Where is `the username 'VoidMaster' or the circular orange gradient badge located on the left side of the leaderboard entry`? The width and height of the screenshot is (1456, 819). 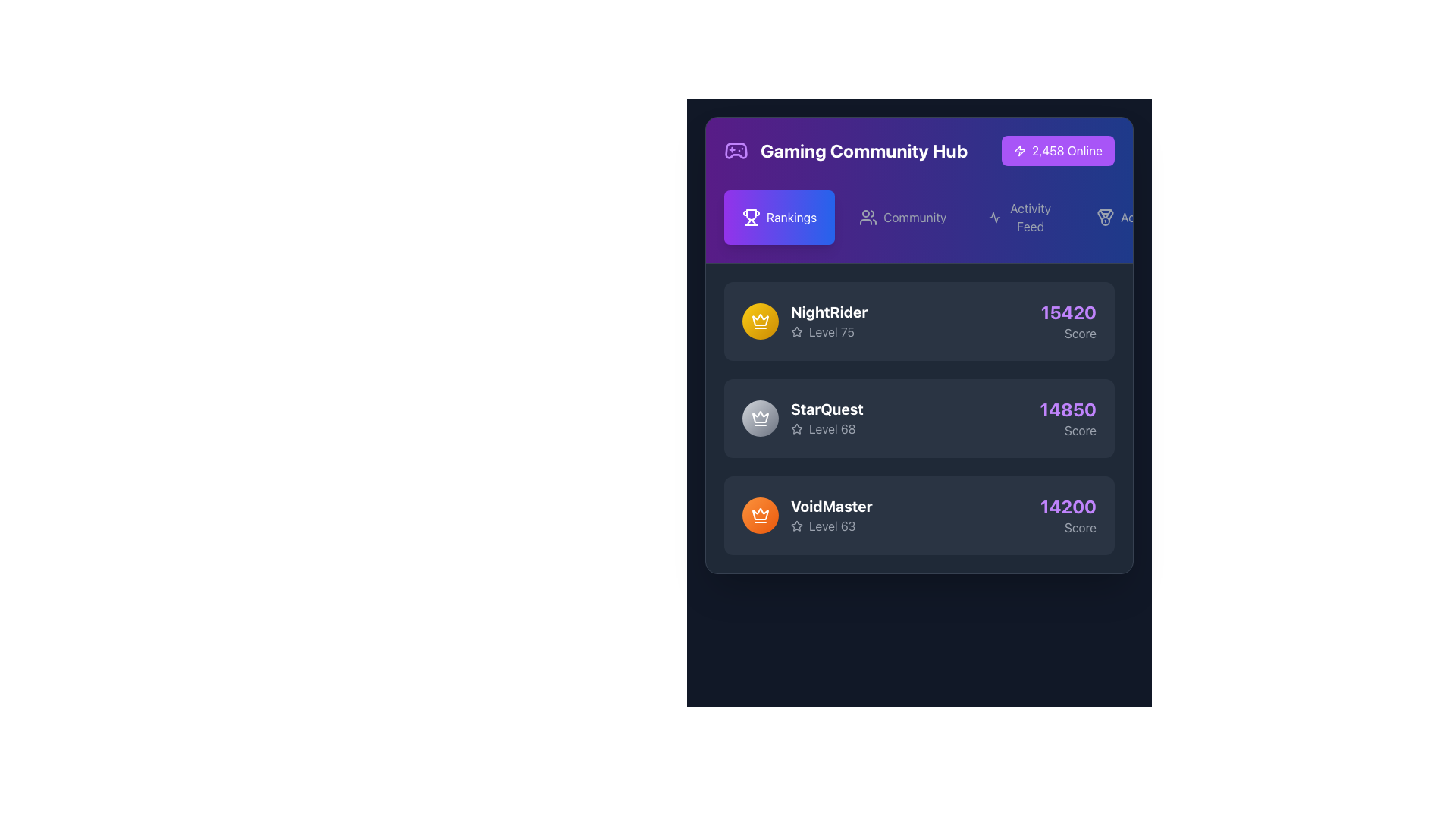
the username 'VoidMaster' or the circular orange gradient badge located on the left side of the leaderboard entry is located at coordinates (806, 514).